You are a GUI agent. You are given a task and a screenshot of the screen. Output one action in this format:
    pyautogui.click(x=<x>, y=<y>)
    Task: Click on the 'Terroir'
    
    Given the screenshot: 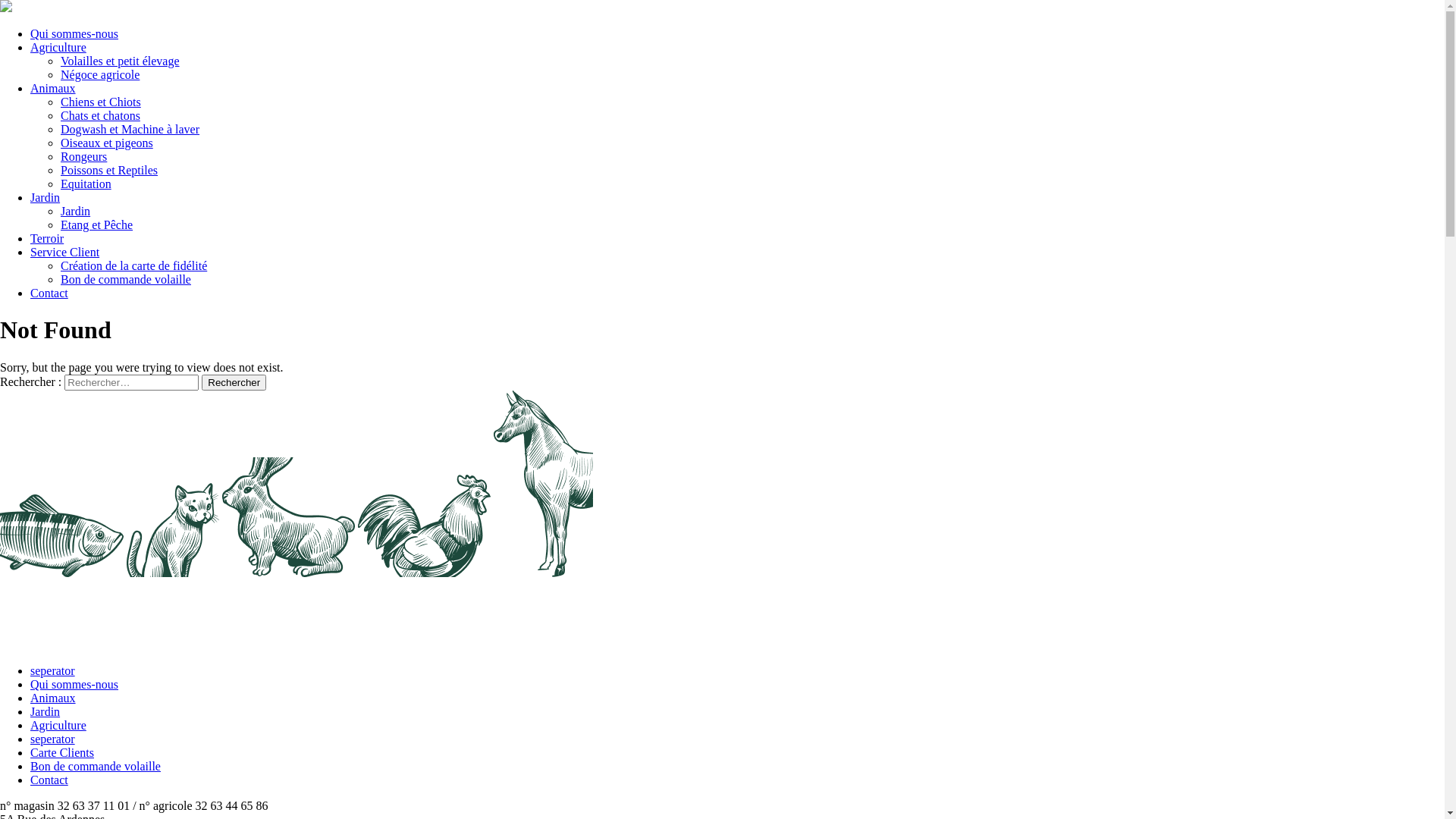 What is the action you would take?
    pyautogui.click(x=47, y=238)
    